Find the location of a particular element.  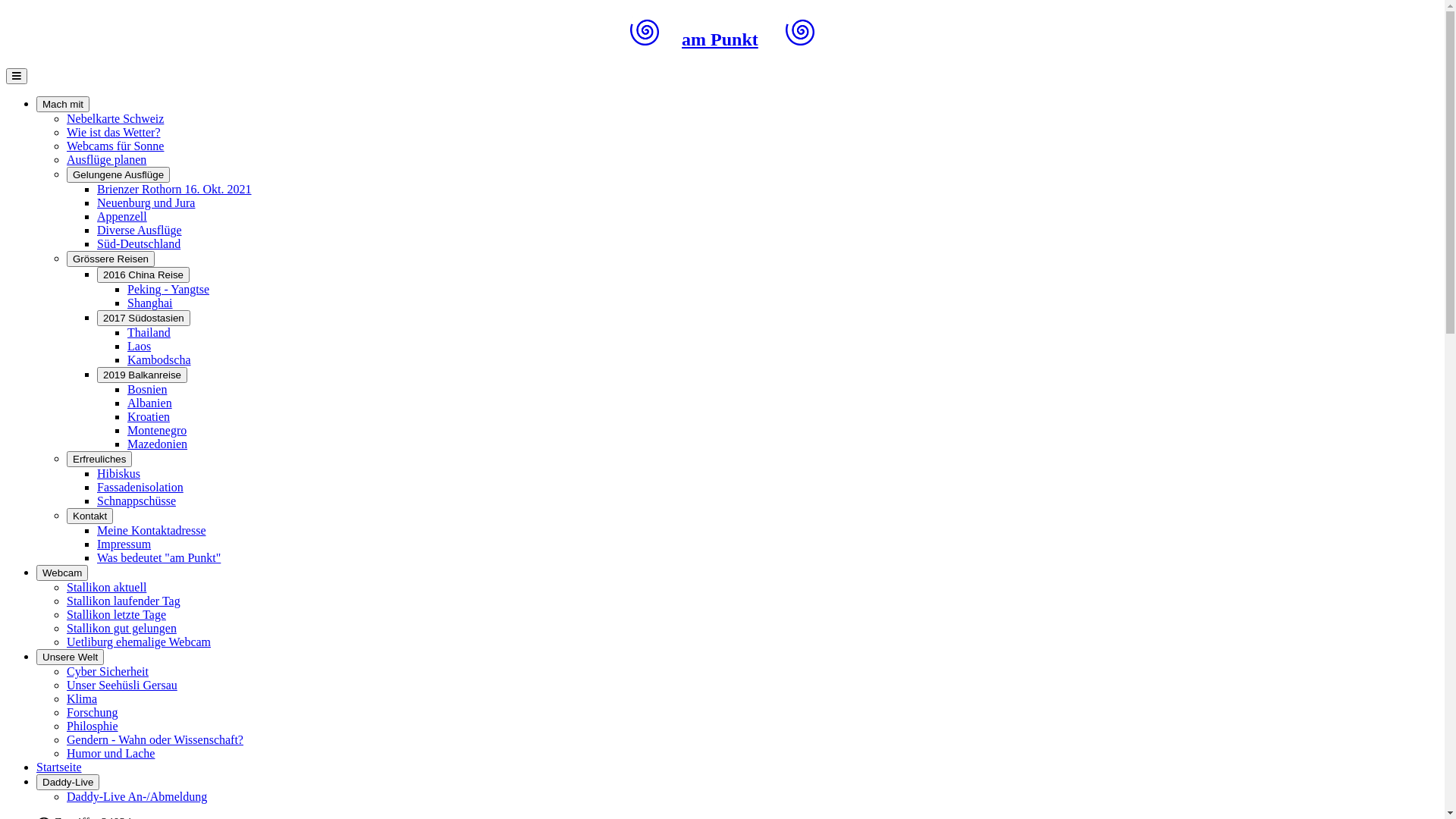

'Bosnien' is located at coordinates (127, 388).